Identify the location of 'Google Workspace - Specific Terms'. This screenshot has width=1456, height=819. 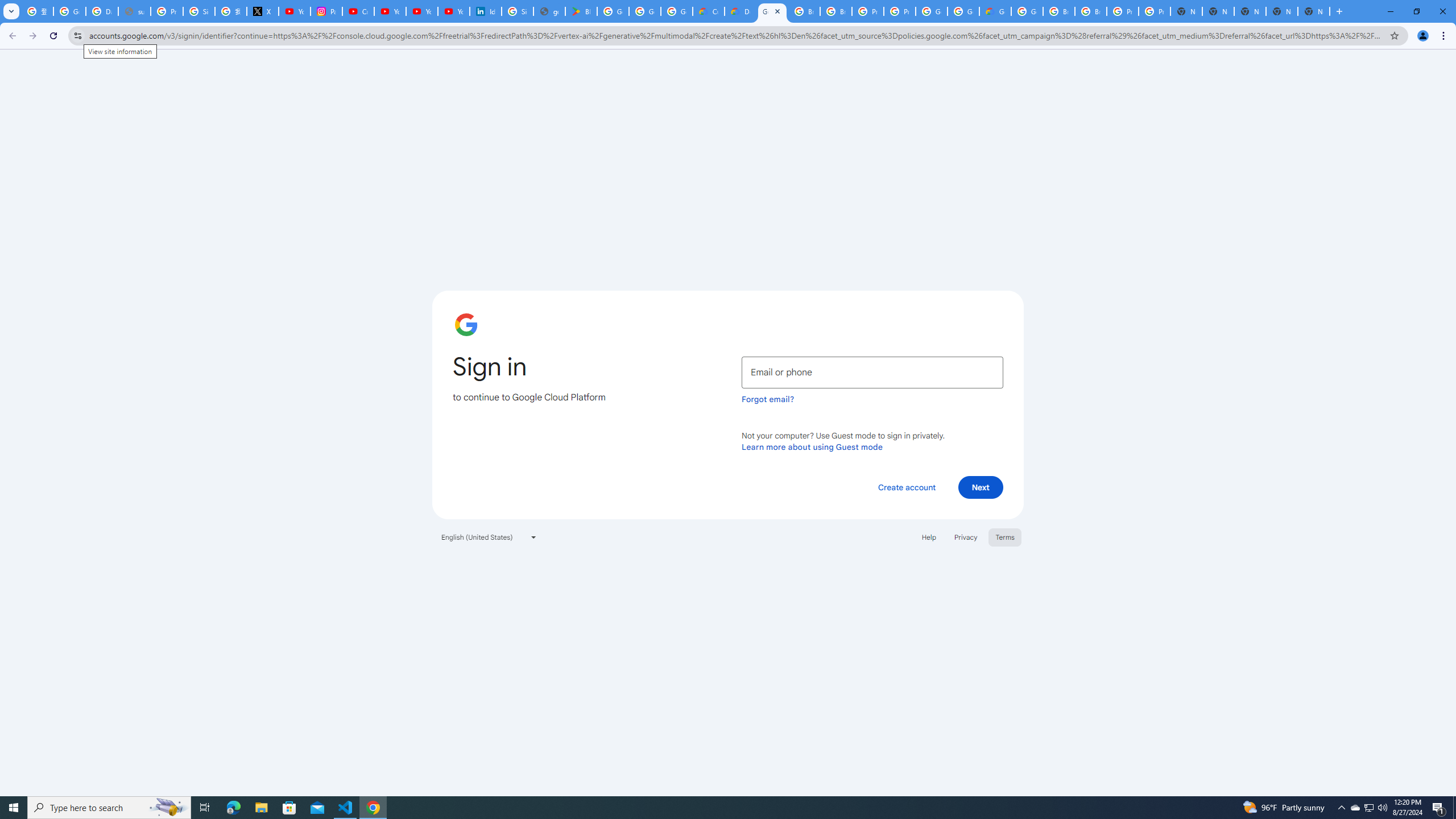
(644, 11).